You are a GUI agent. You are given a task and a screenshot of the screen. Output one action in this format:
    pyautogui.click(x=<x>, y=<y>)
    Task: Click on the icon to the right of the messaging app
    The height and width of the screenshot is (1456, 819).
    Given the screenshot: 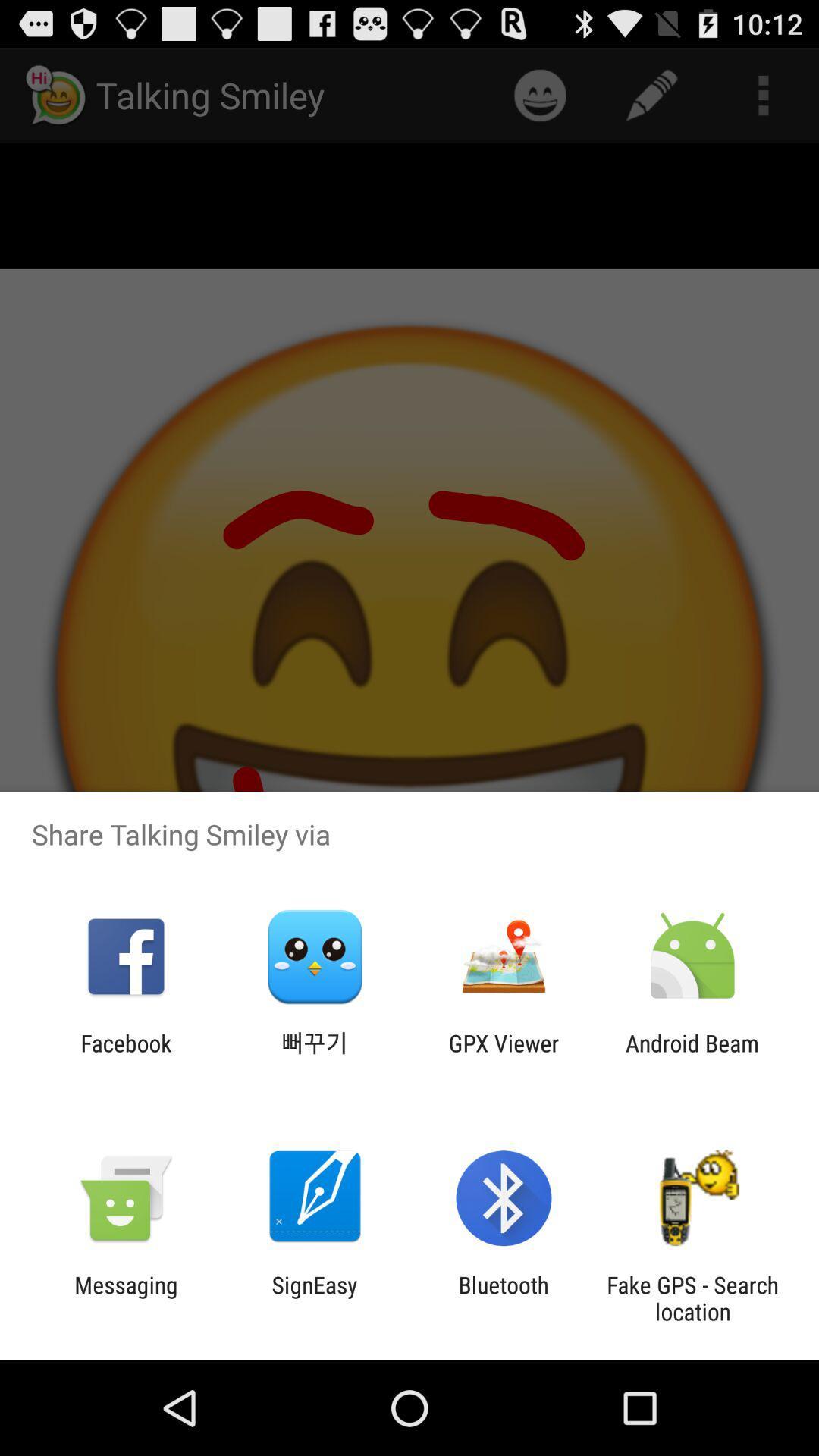 What is the action you would take?
    pyautogui.click(x=314, y=1298)
    